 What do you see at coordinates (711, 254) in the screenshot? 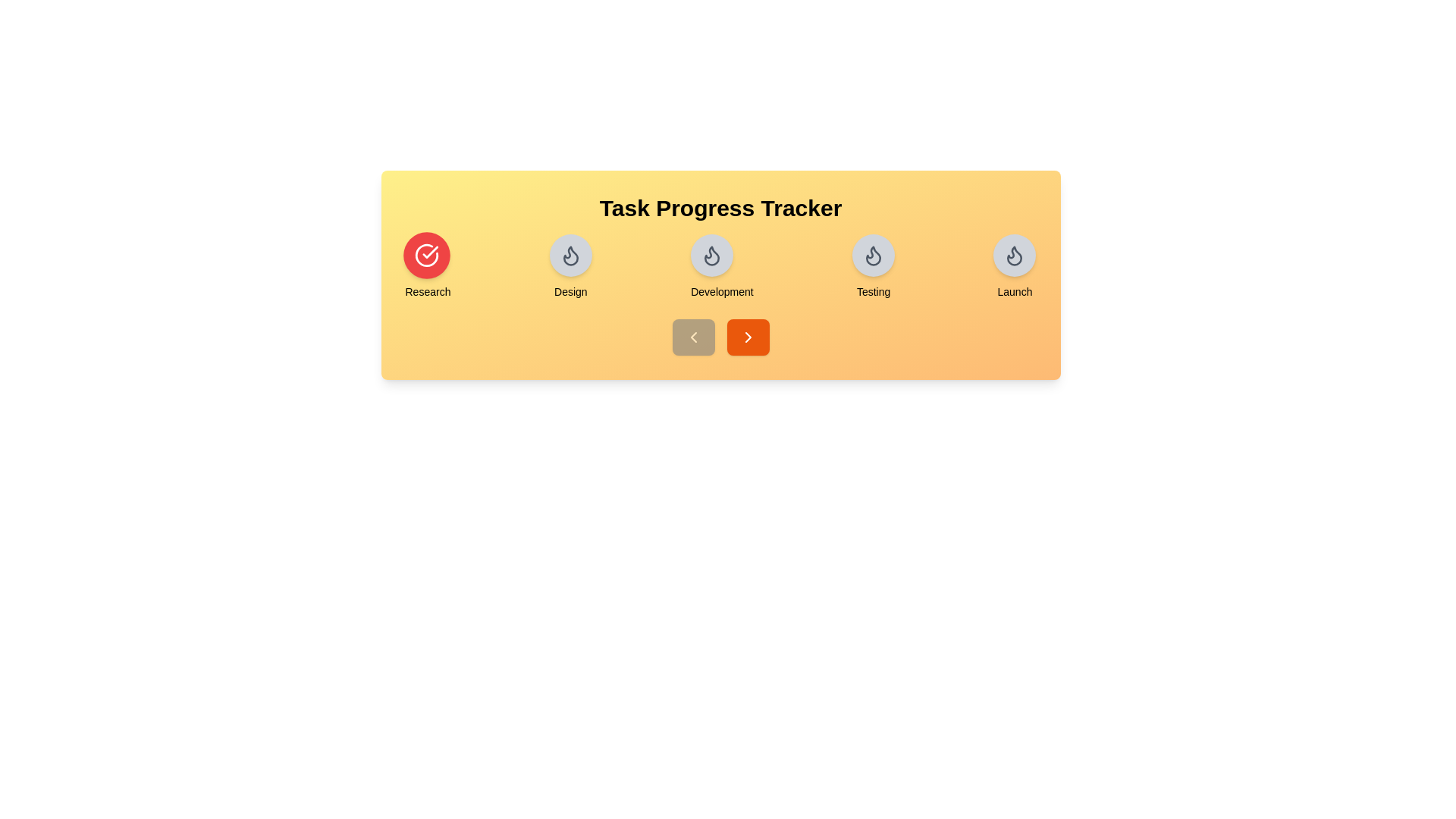
I see `the circular icon with a flame symbol inside, which is styled in a muted gray color scheme and located above the text 'Development' in a task progress tracker` at bounding box center [711, 254].